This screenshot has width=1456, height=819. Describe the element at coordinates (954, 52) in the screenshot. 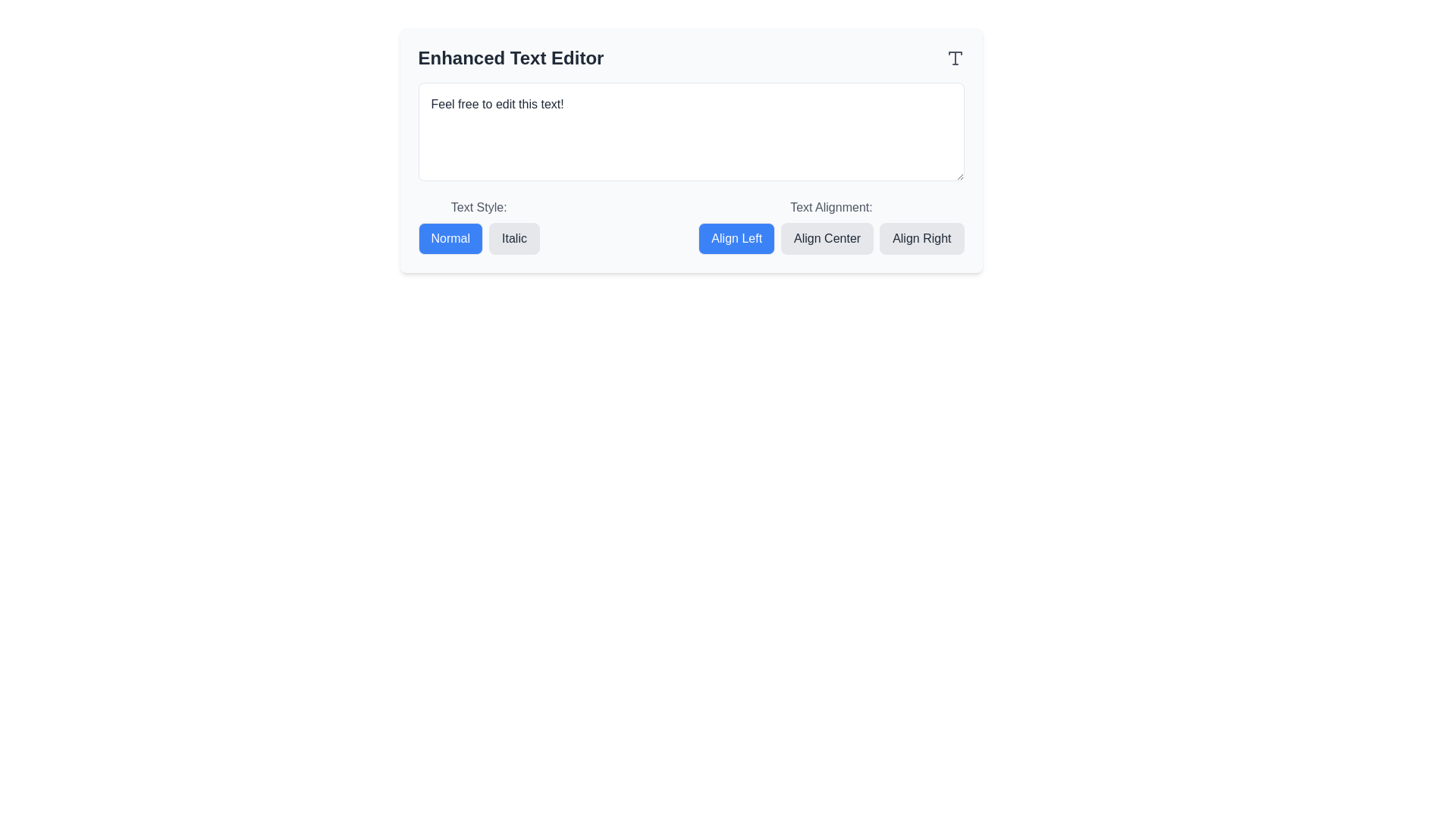

I see `topmost component of the SVG icon located at the top-right corner of the main interface section for design adjustments` at that location.